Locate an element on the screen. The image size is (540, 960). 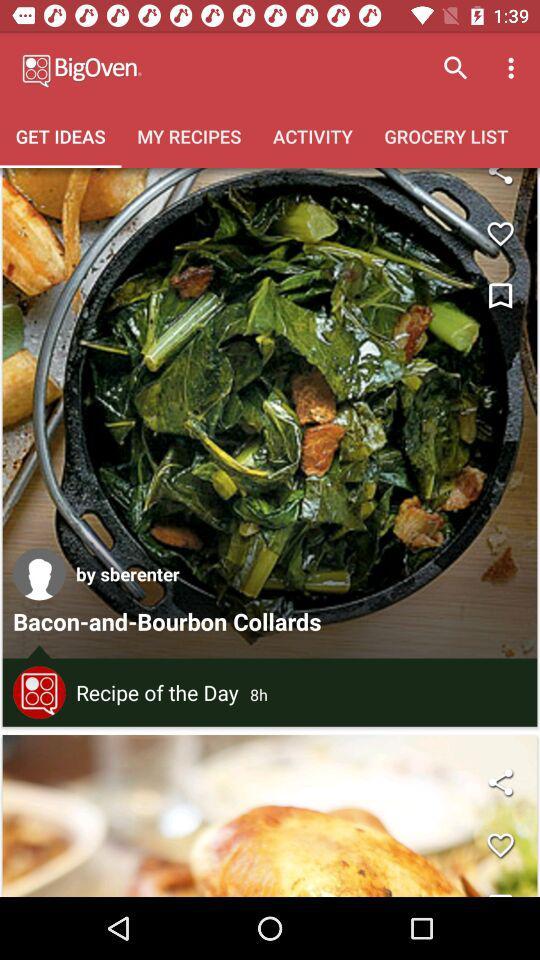
by sberenter item is located at coordinates (127, 574).